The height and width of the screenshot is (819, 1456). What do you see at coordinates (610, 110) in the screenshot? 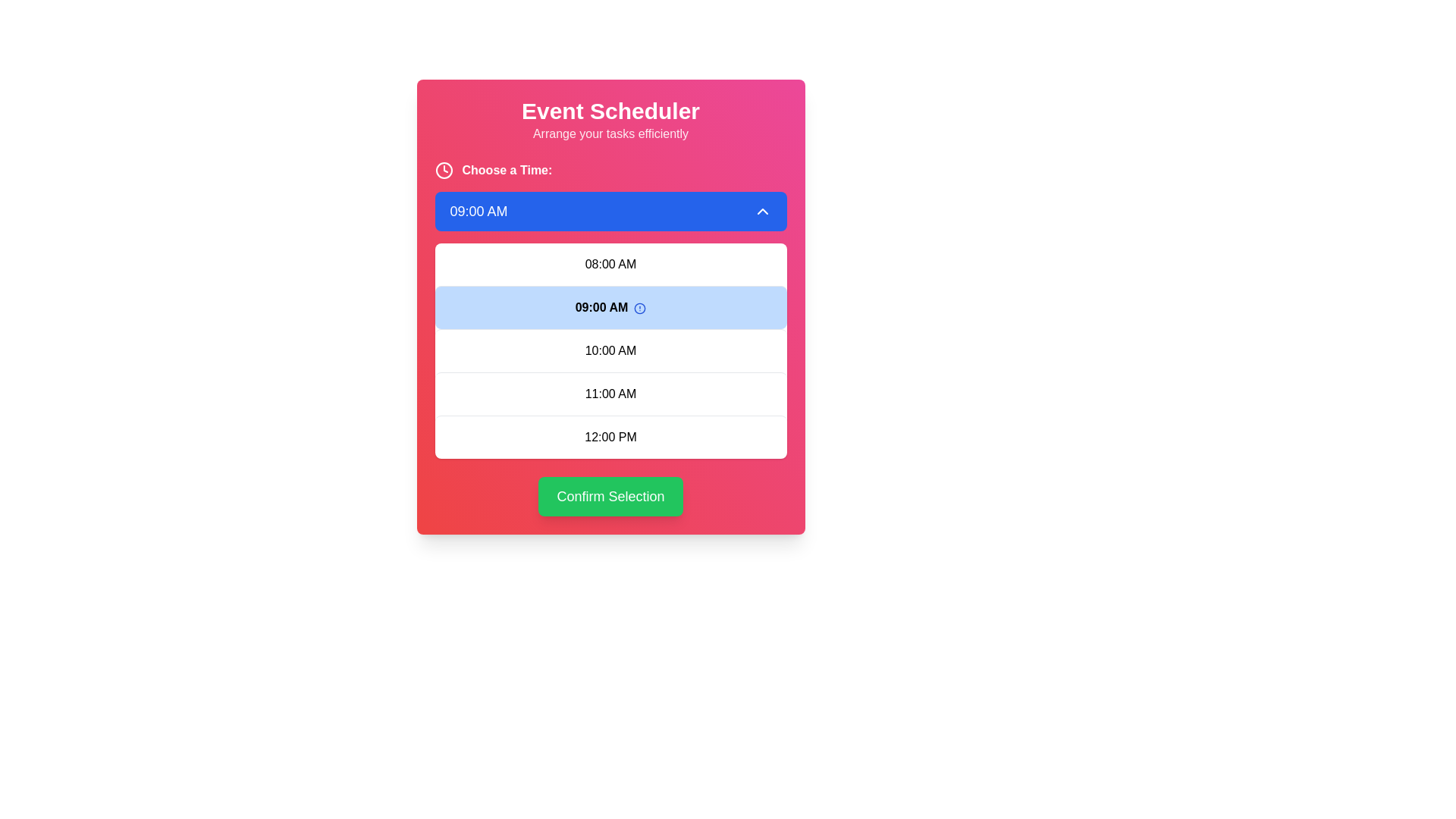
I see `the main title text label, which is centrally aligned at the top of the interface and indicates the purpose of the application or section` at bounding box center [610, 110].